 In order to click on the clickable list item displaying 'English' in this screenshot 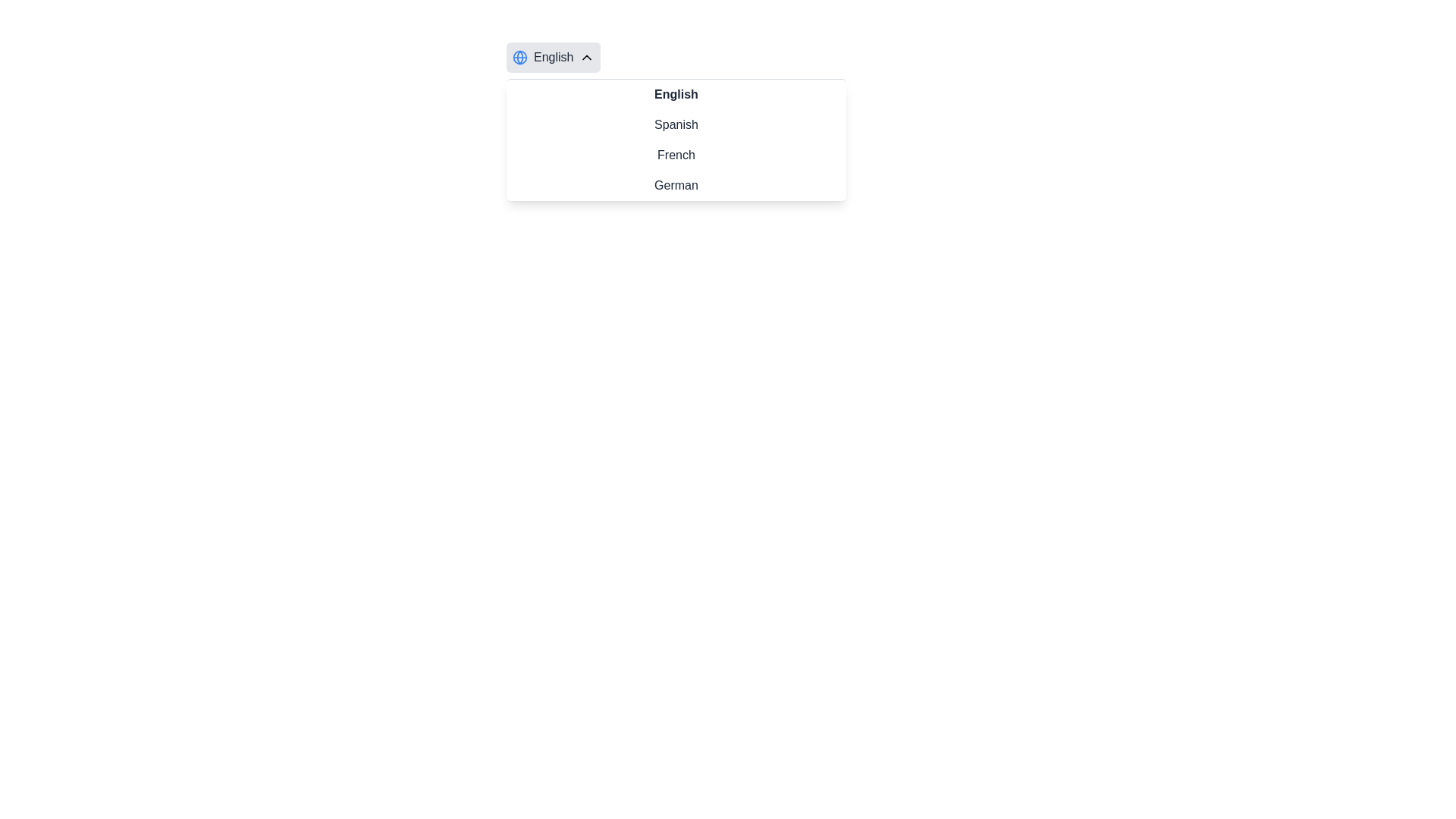, I will do `click(676, 94)`.